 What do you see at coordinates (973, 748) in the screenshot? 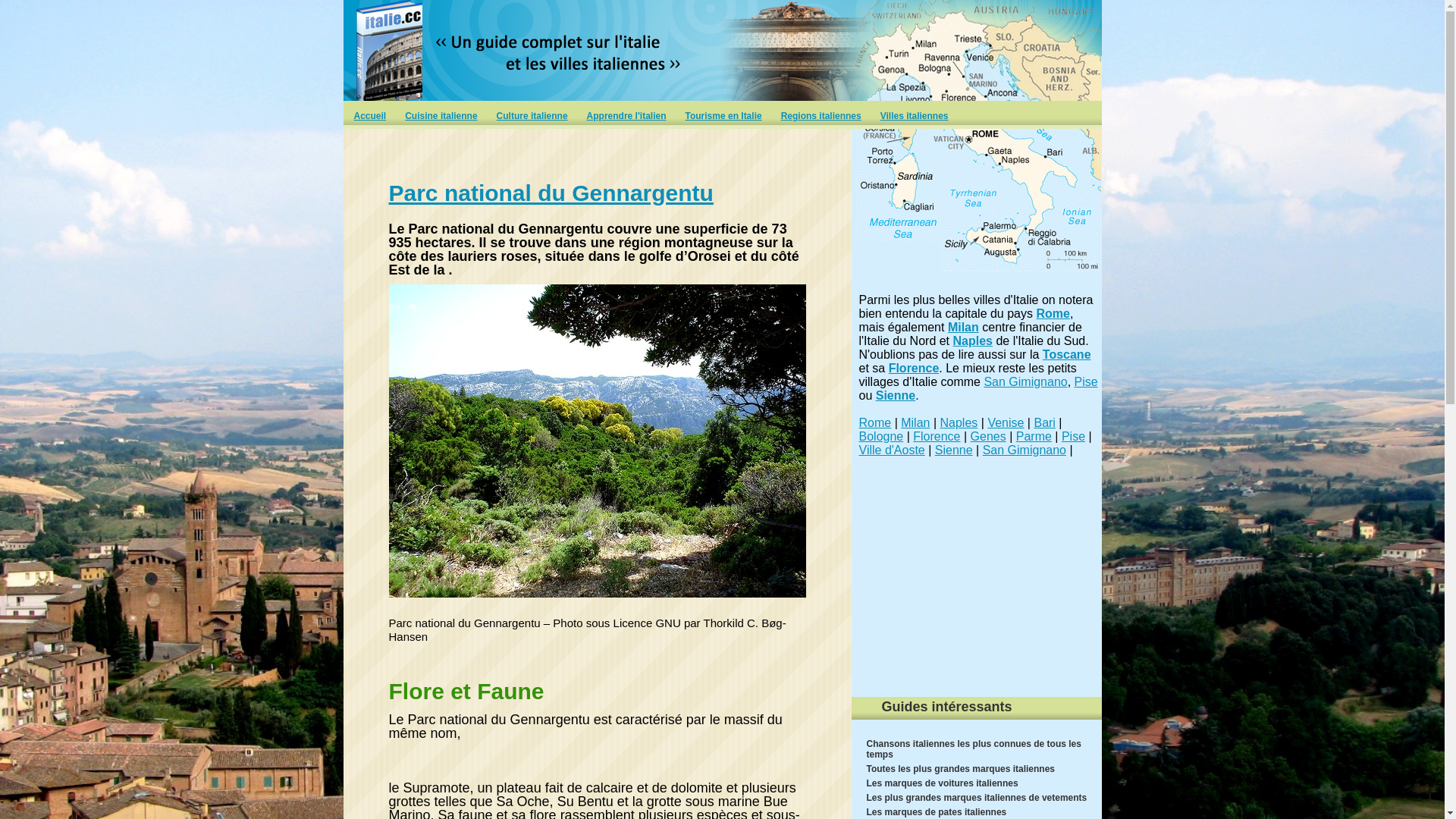
I see `'Chansons italiennes les plus connues de tous les temps'` at bounding box center [973, 748].